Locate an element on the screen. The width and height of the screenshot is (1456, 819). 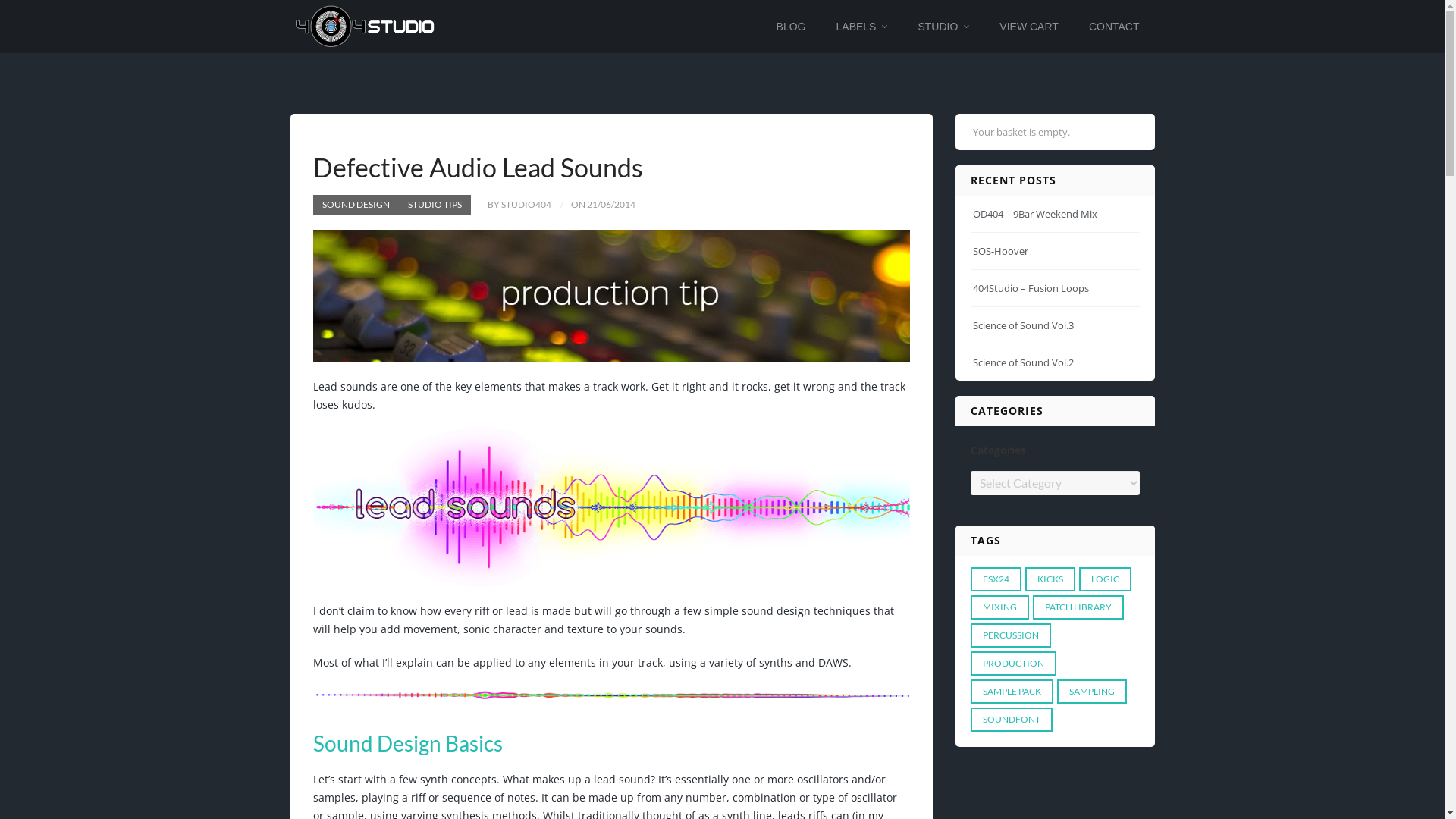
'STUDIO TIPS' is located at coordinates (434, 205).